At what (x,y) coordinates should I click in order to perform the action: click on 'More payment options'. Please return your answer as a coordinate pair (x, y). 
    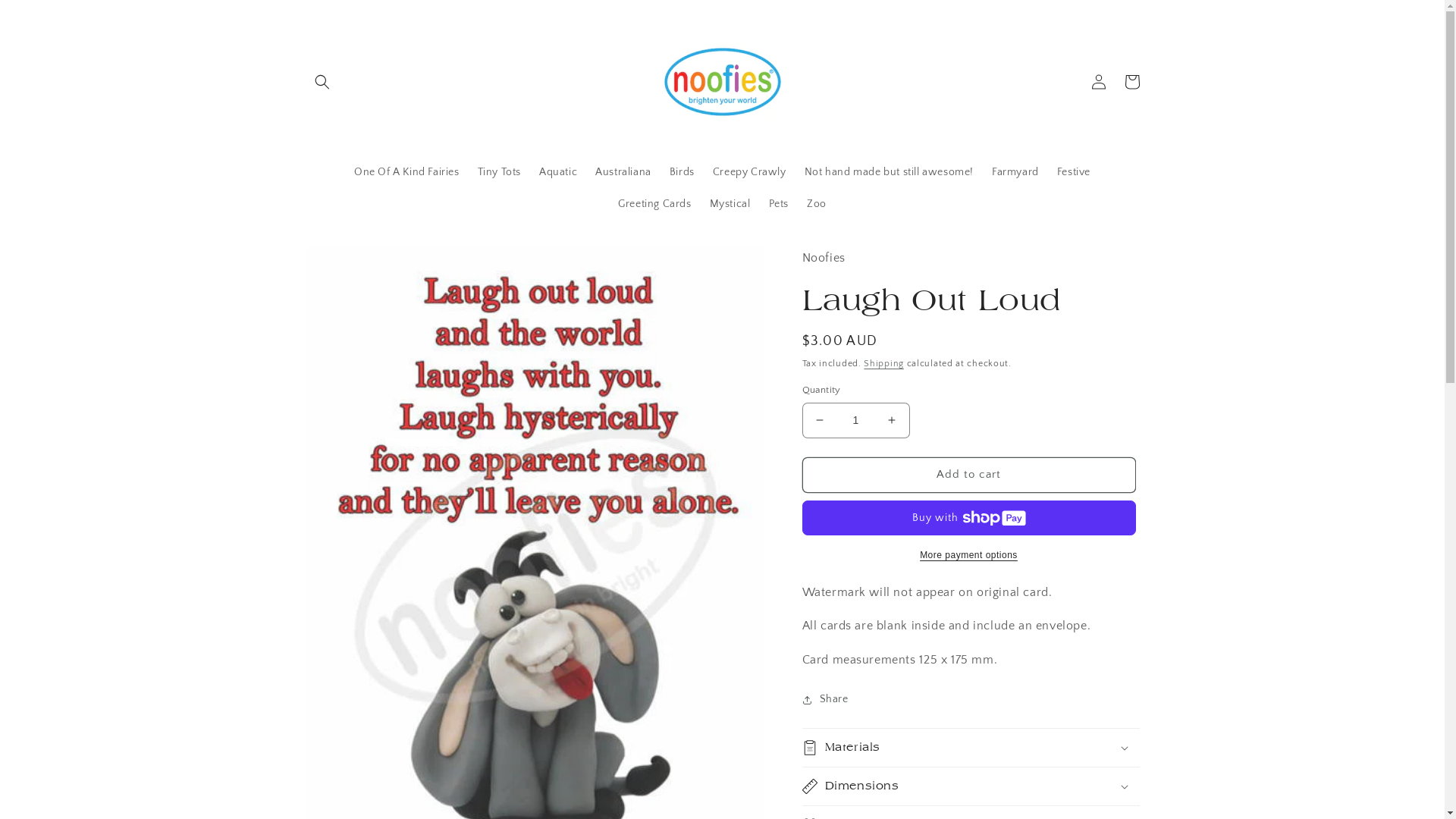
    Looking at the image, I should click on (968, 555).